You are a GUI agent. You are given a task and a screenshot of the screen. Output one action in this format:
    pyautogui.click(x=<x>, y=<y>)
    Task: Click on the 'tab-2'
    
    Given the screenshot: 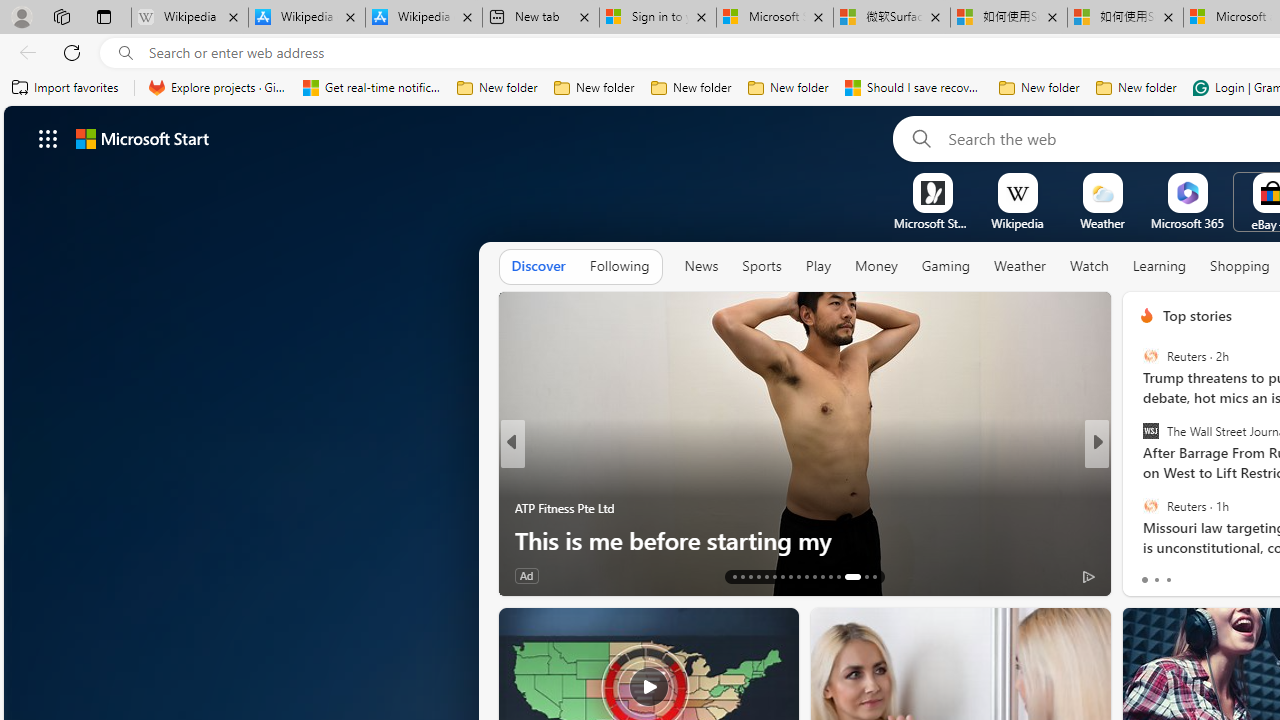 What is the action you would take?
    pyautogui.click(x=1168, y=579)
    